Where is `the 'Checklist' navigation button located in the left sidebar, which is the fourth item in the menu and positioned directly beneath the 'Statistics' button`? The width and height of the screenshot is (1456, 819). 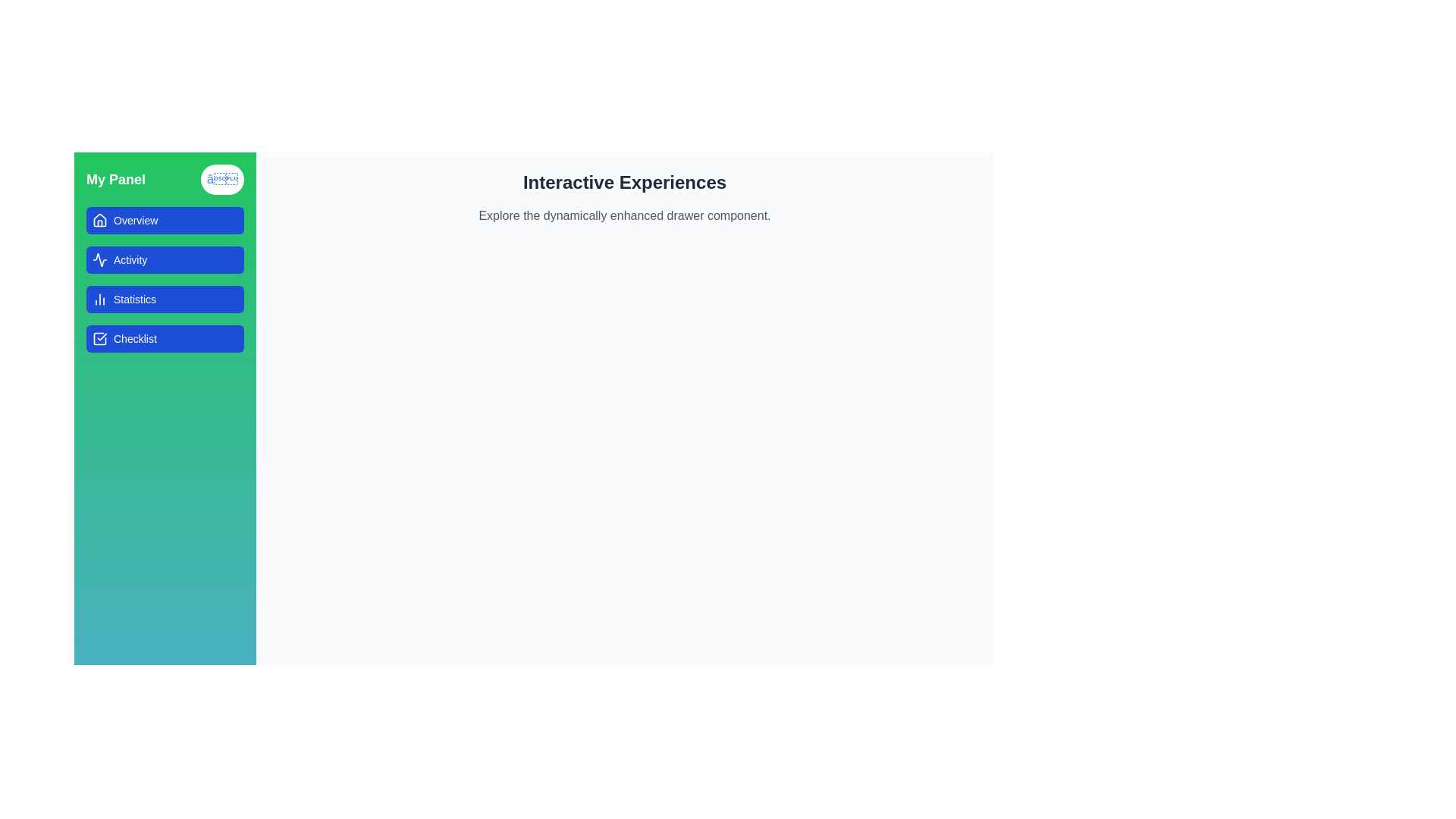 the 'Checklist' navigation button located in the left sidebar, which is the fourth item in the menu and positioned directly beneath the 'Statistics' button is located at coordinates (165, 338).